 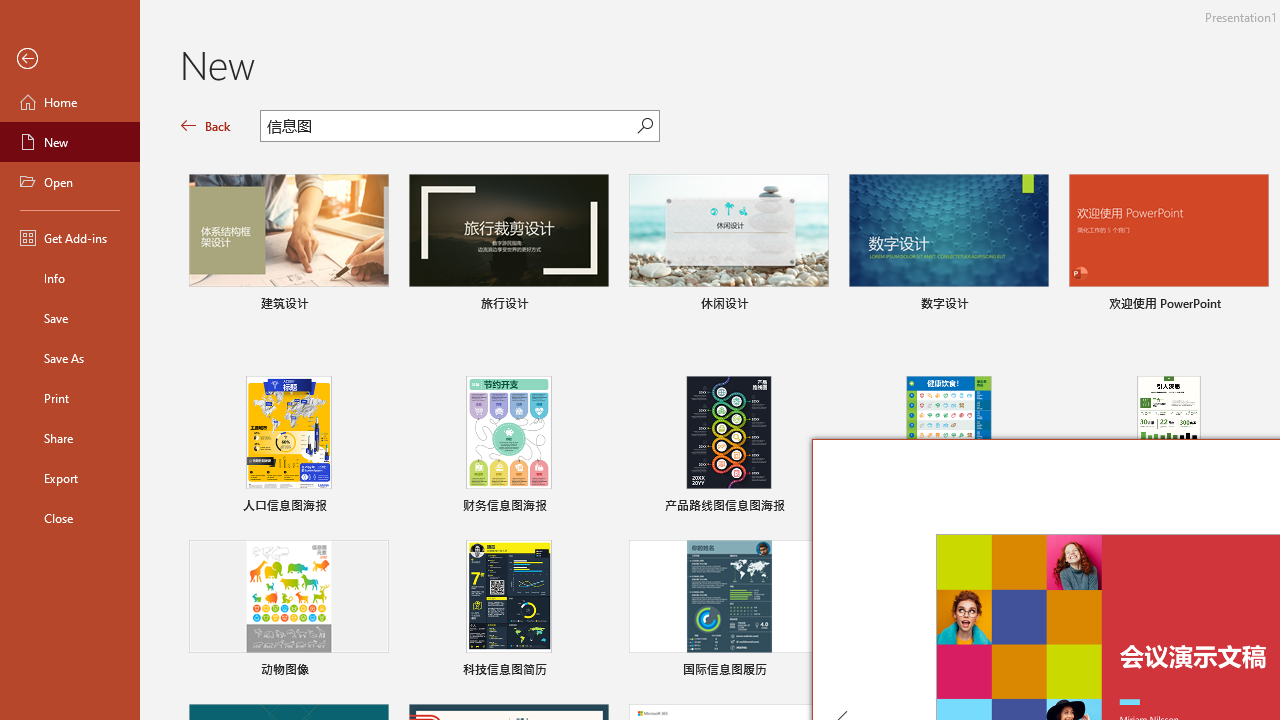 What do you see at coordinates (69, 398) in the screenshot?
I see `'Print'` at bounding box center [69, 398].